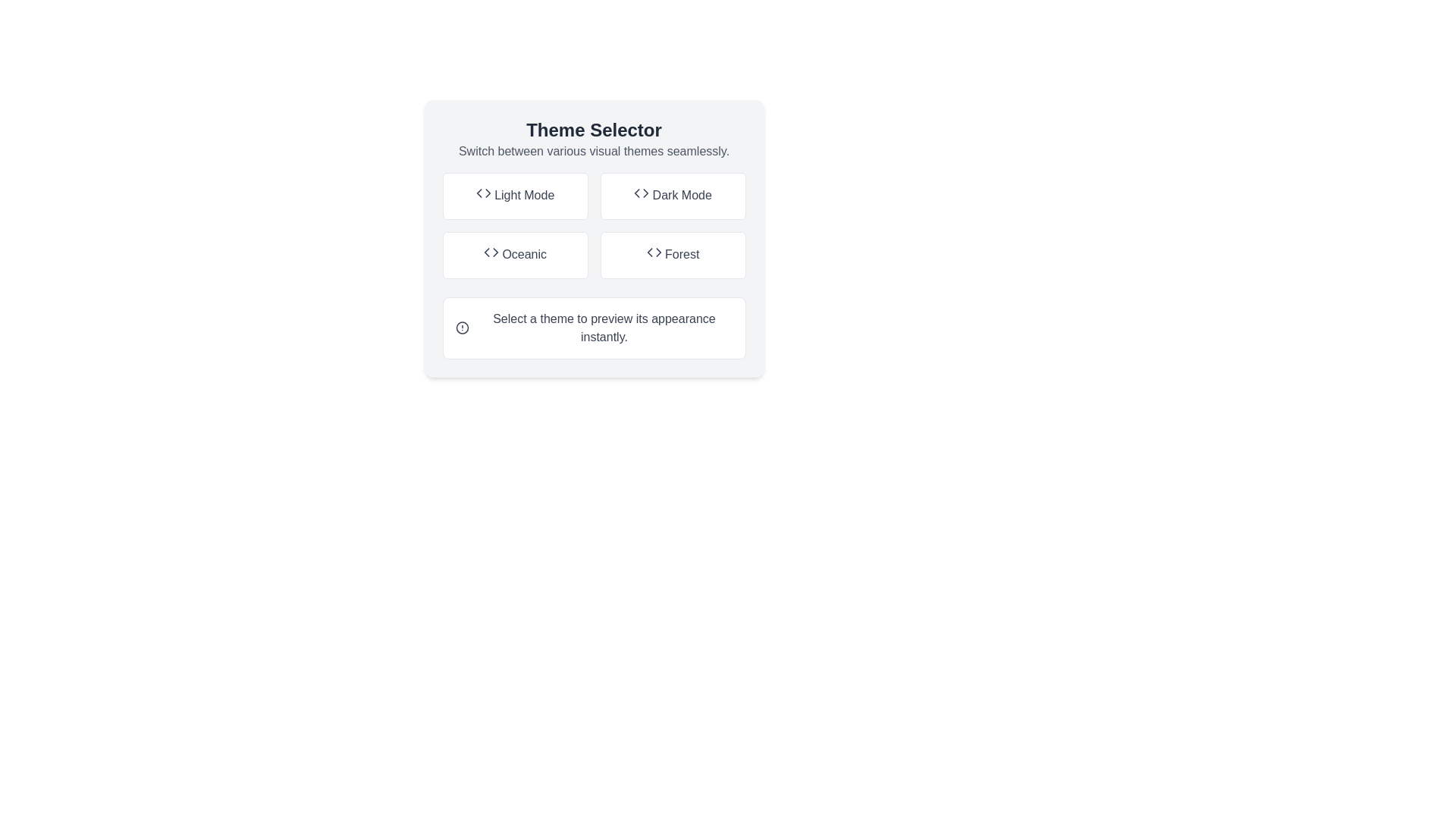  What do you see at coordinates (658, 251) in the screenshot?
I see `the rightward pointing triangular decorative icon, which is part of a code-like theme icon, located to the right of the leftward pointing triangle near the 'Forest' label` at bounding box center [658, 251].